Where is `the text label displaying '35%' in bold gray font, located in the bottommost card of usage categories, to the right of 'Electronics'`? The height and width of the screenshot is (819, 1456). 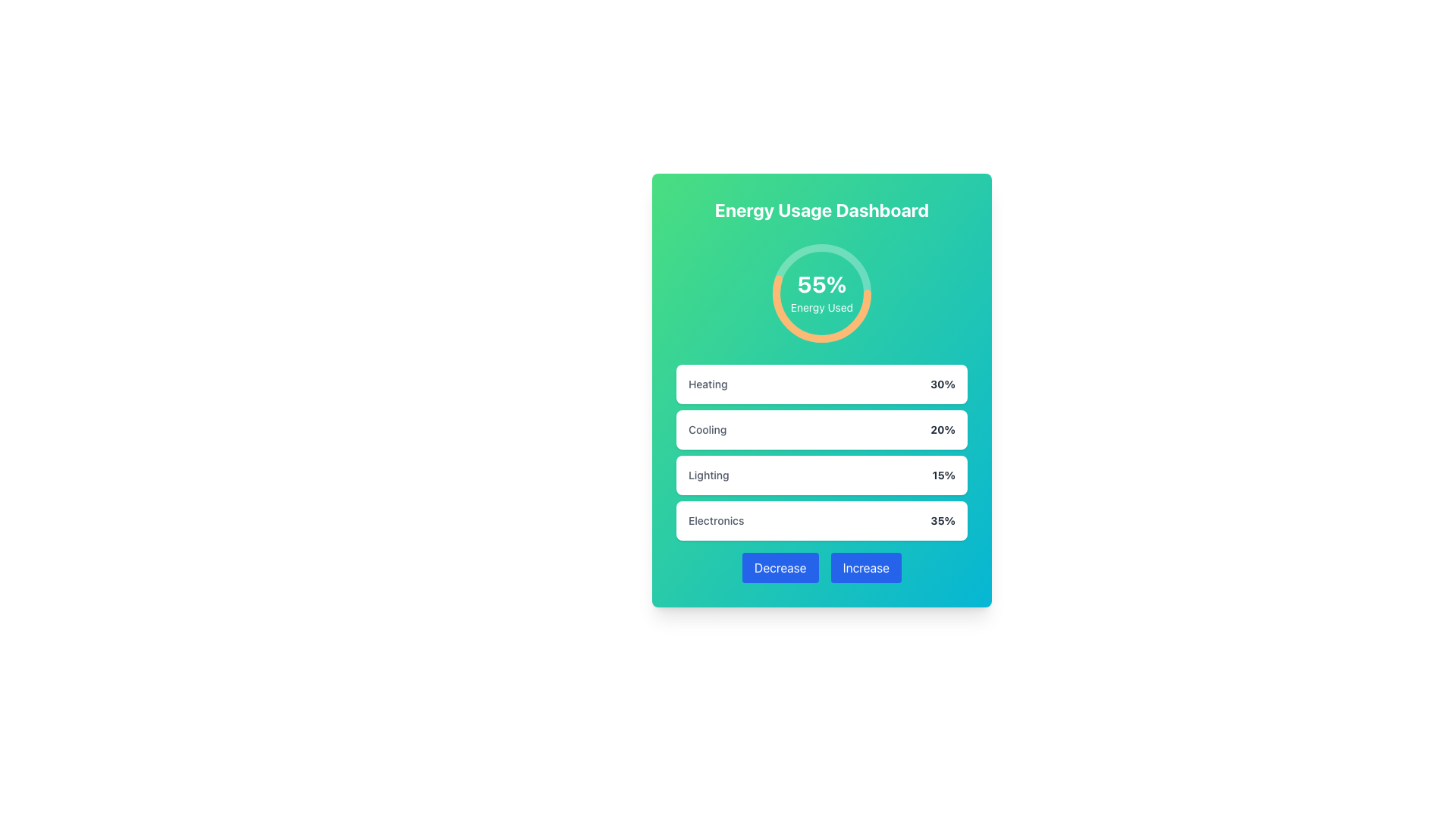
the text label displaying '35%' in bold gray font, located in the bottommost card of usage categories, to the right of 'Electronics' is located at coordinates (942, 519).